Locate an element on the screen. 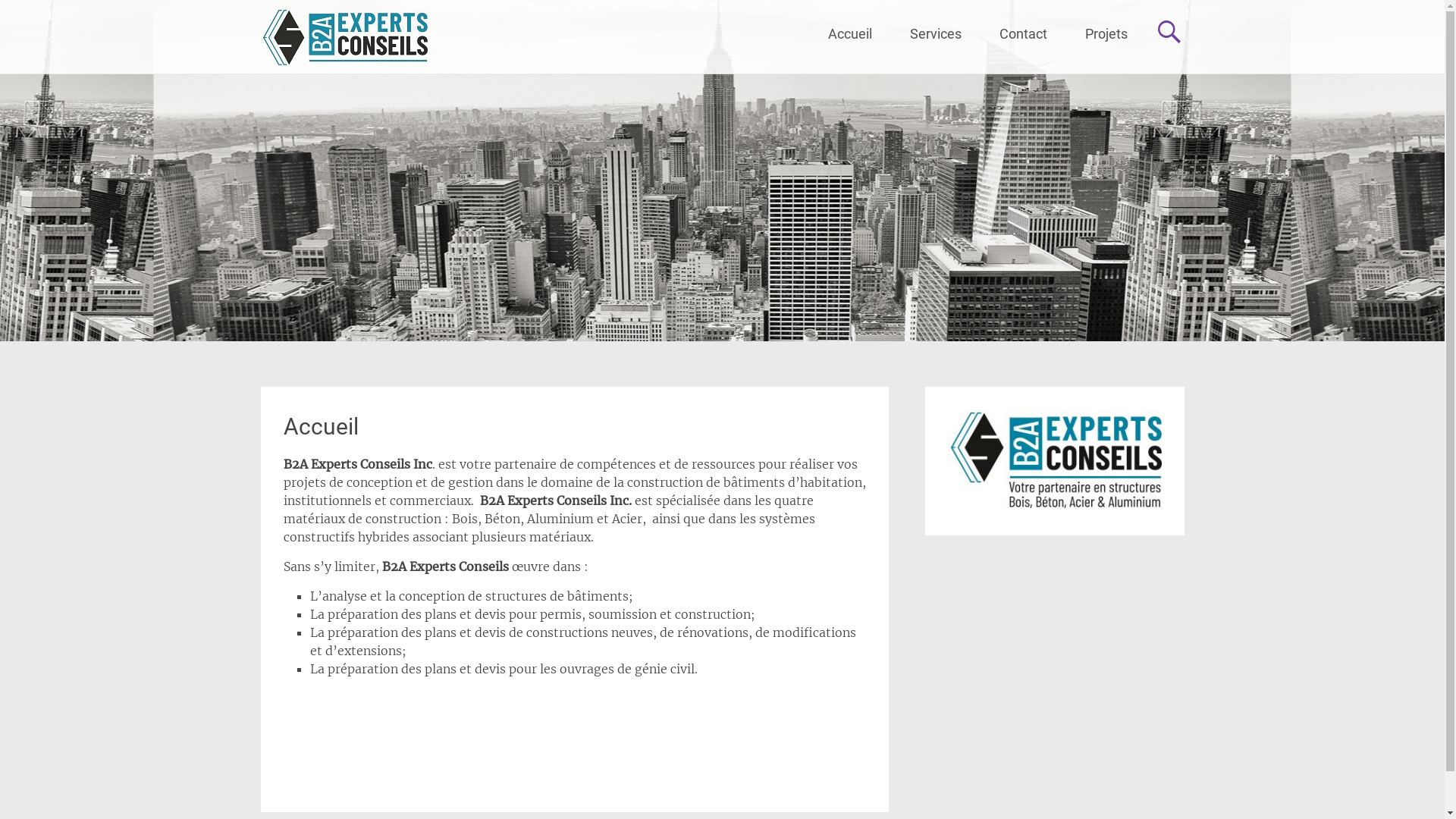 This screenshot has width=1456, height=819. 'Aller au contenu principal' is located at coordinates (827, 13).